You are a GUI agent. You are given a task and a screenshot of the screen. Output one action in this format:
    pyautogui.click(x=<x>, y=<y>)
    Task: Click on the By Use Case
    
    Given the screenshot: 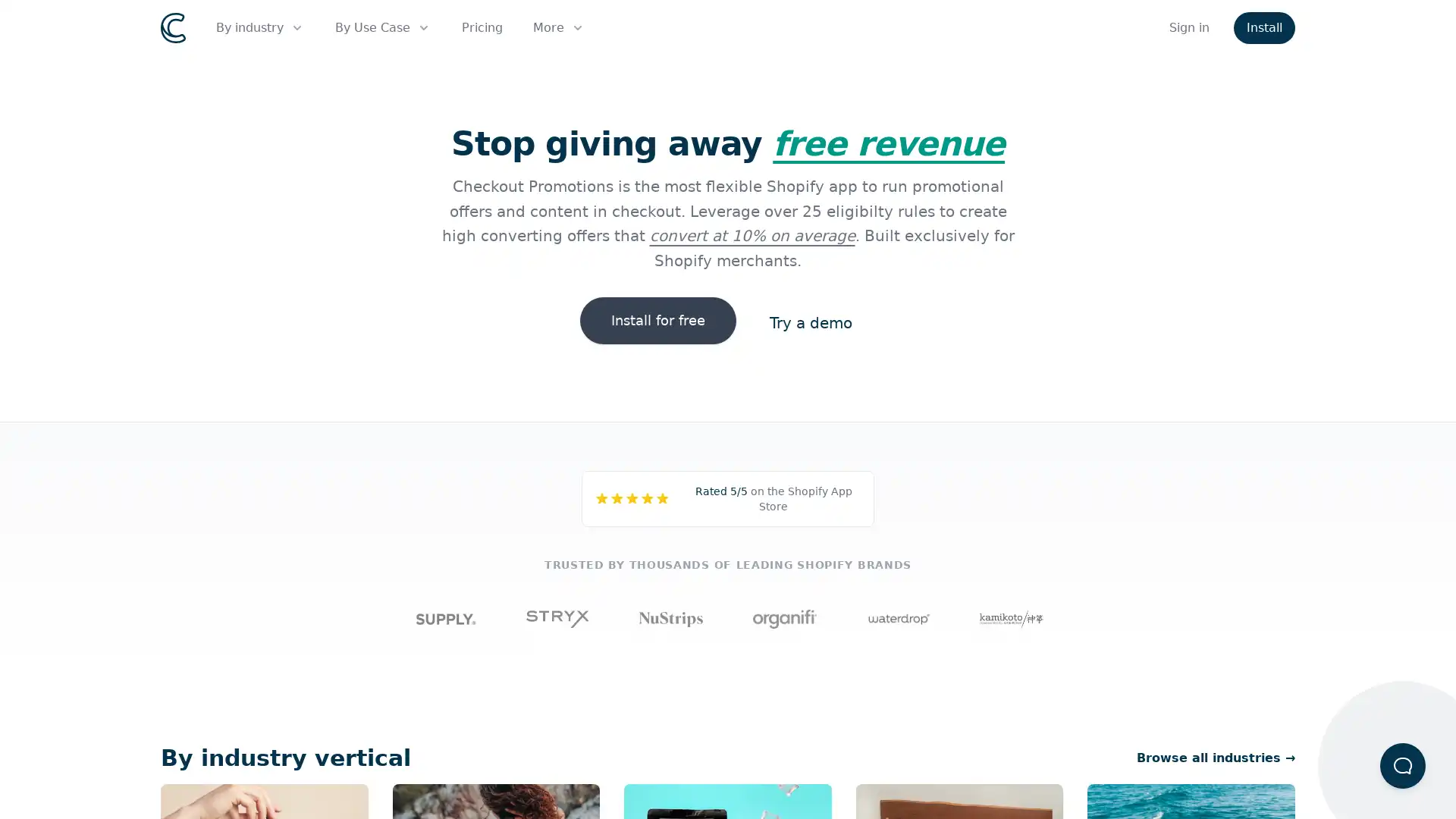 What is the action you would take?
    pyautogui.click(x=383, y=28)
    